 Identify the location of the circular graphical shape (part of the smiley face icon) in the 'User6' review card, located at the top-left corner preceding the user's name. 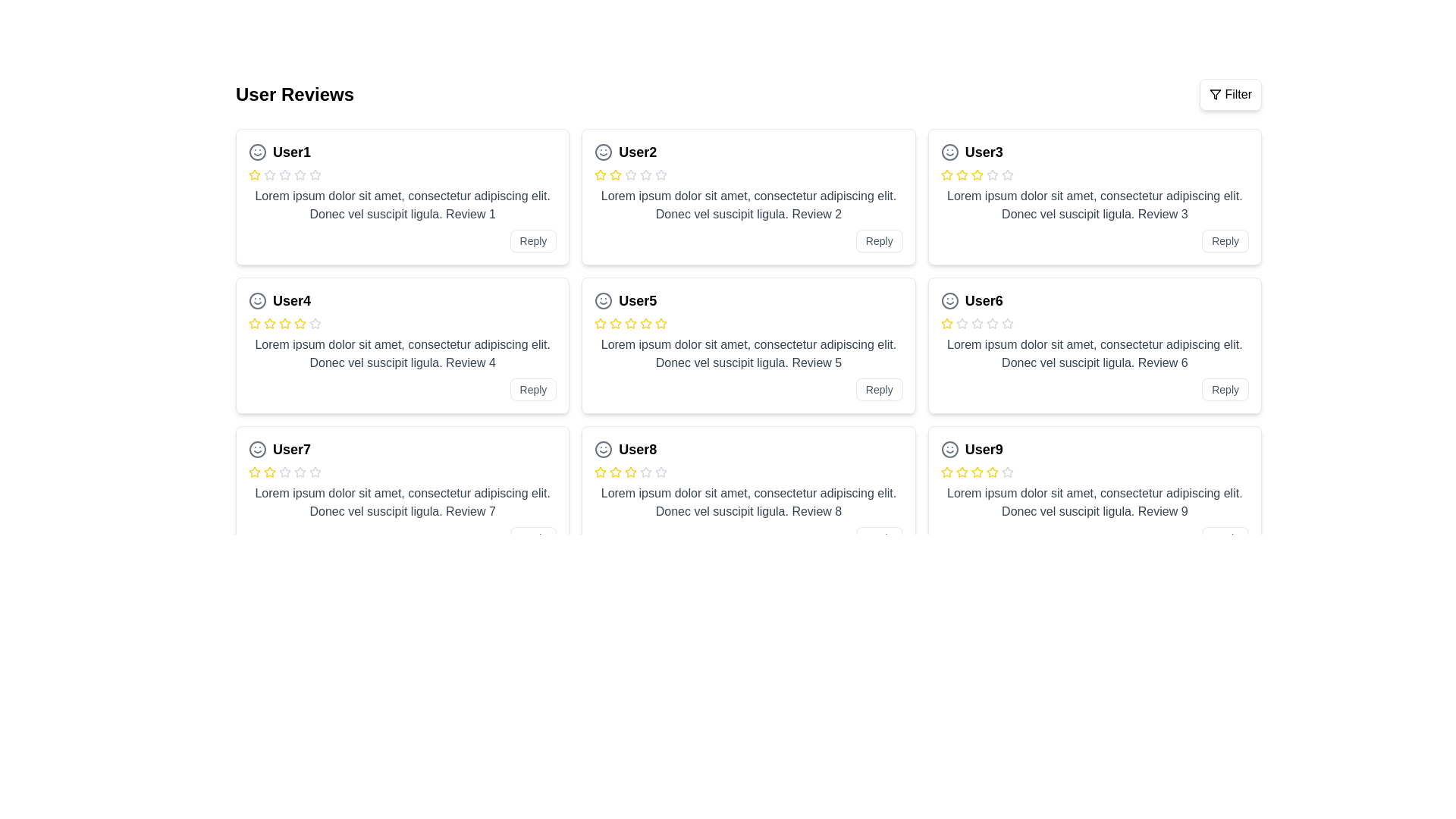
(949, 301).